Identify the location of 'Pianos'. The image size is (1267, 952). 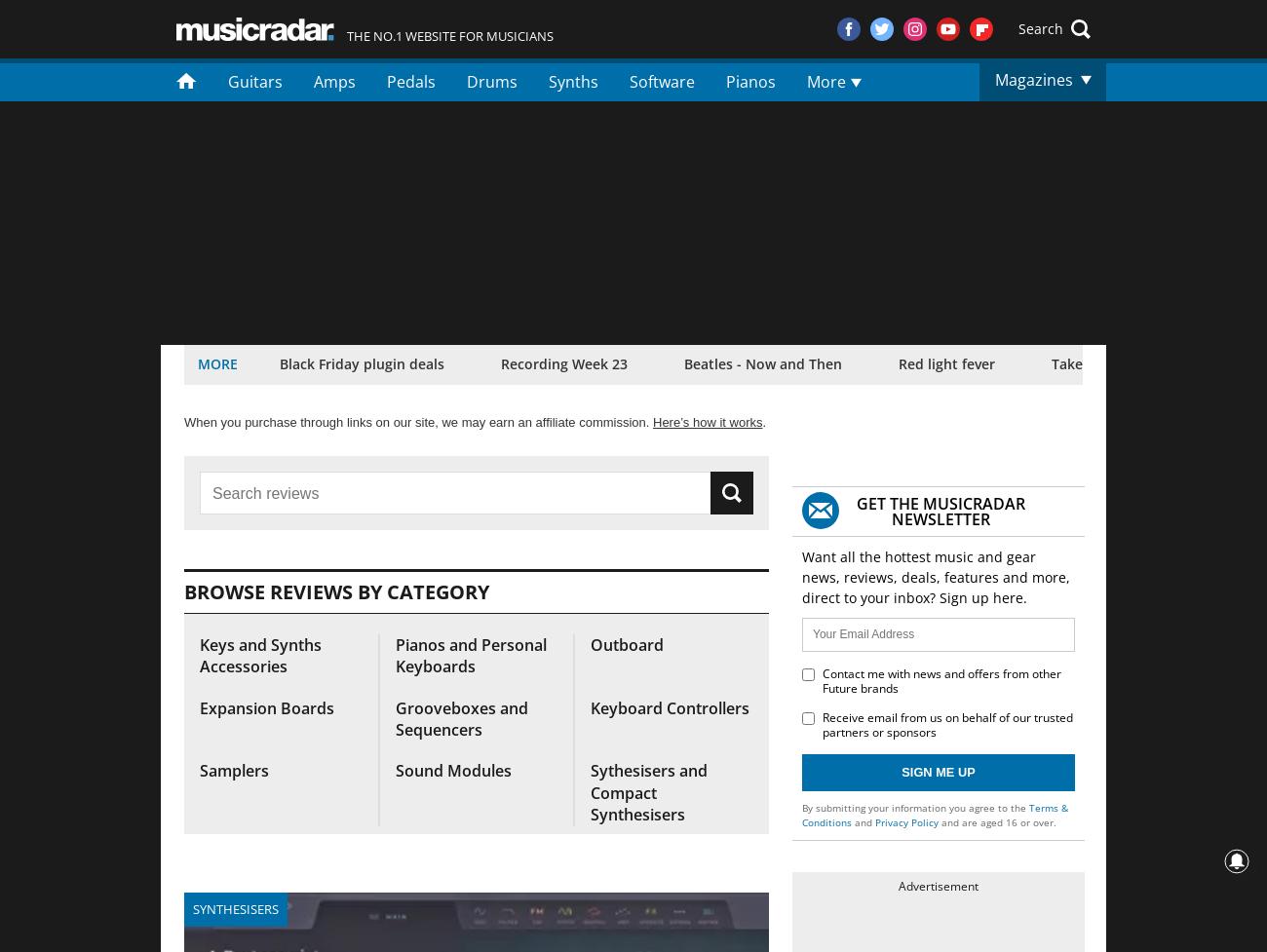
(749, 82).